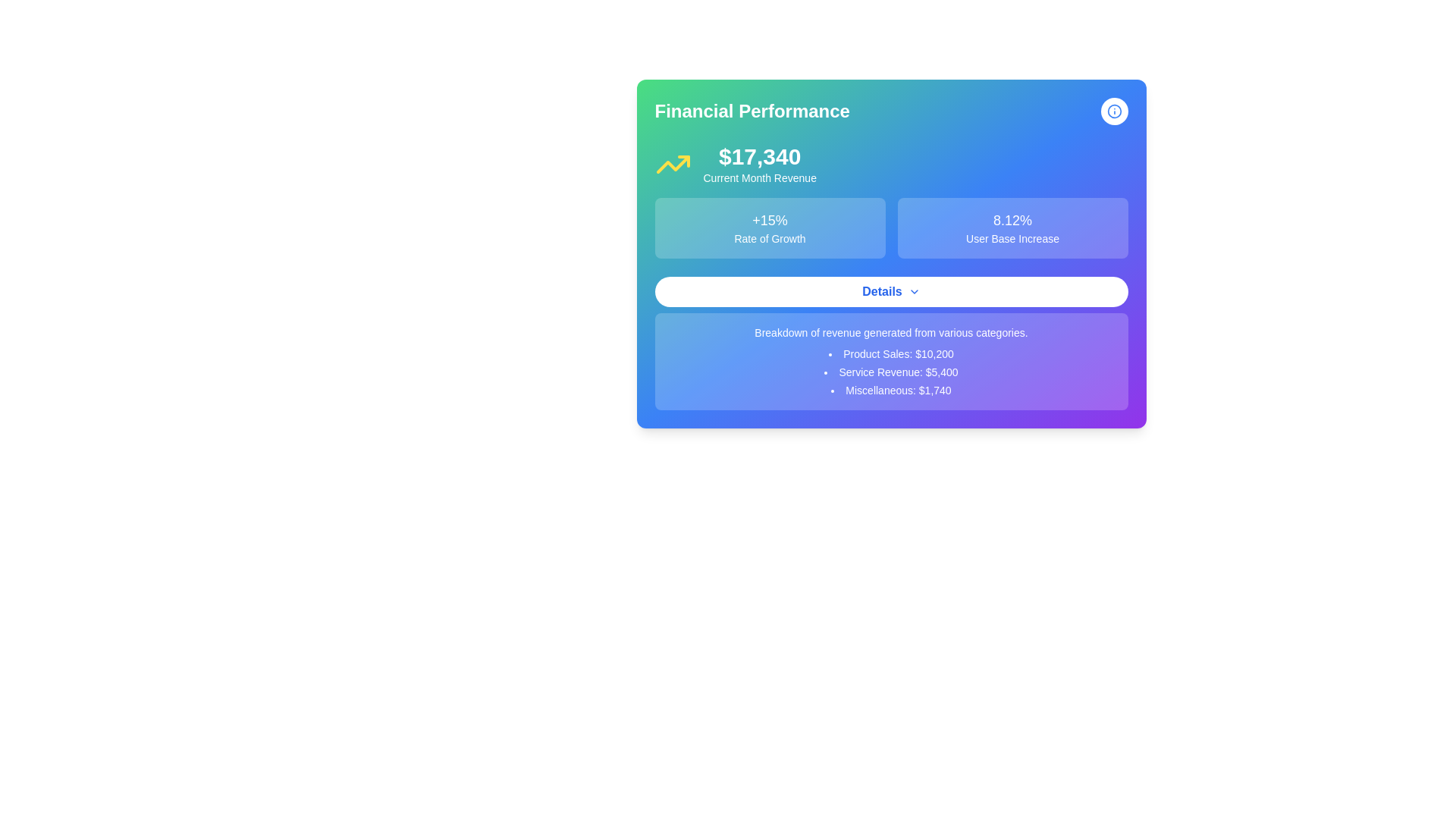 Image resolution: width=1456 pixels, height=819 pixels. I want to click on the Informational panel displaying growth rates and user base increase, which is centrally positioned within the card labeled 'Financial Performance', so click(891, 227).